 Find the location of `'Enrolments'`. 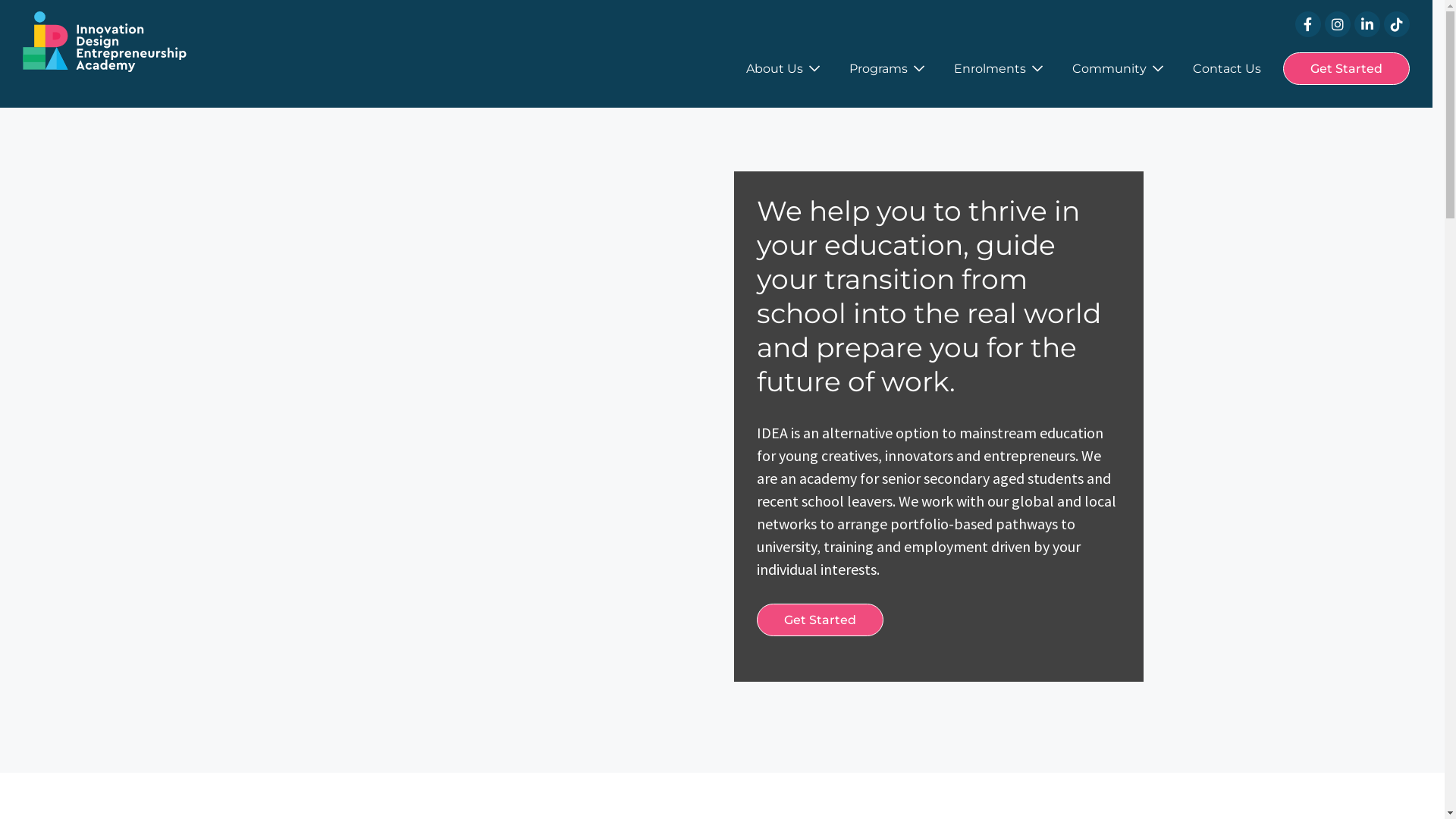

'Enrolments' is located at coordinates (998, 68).